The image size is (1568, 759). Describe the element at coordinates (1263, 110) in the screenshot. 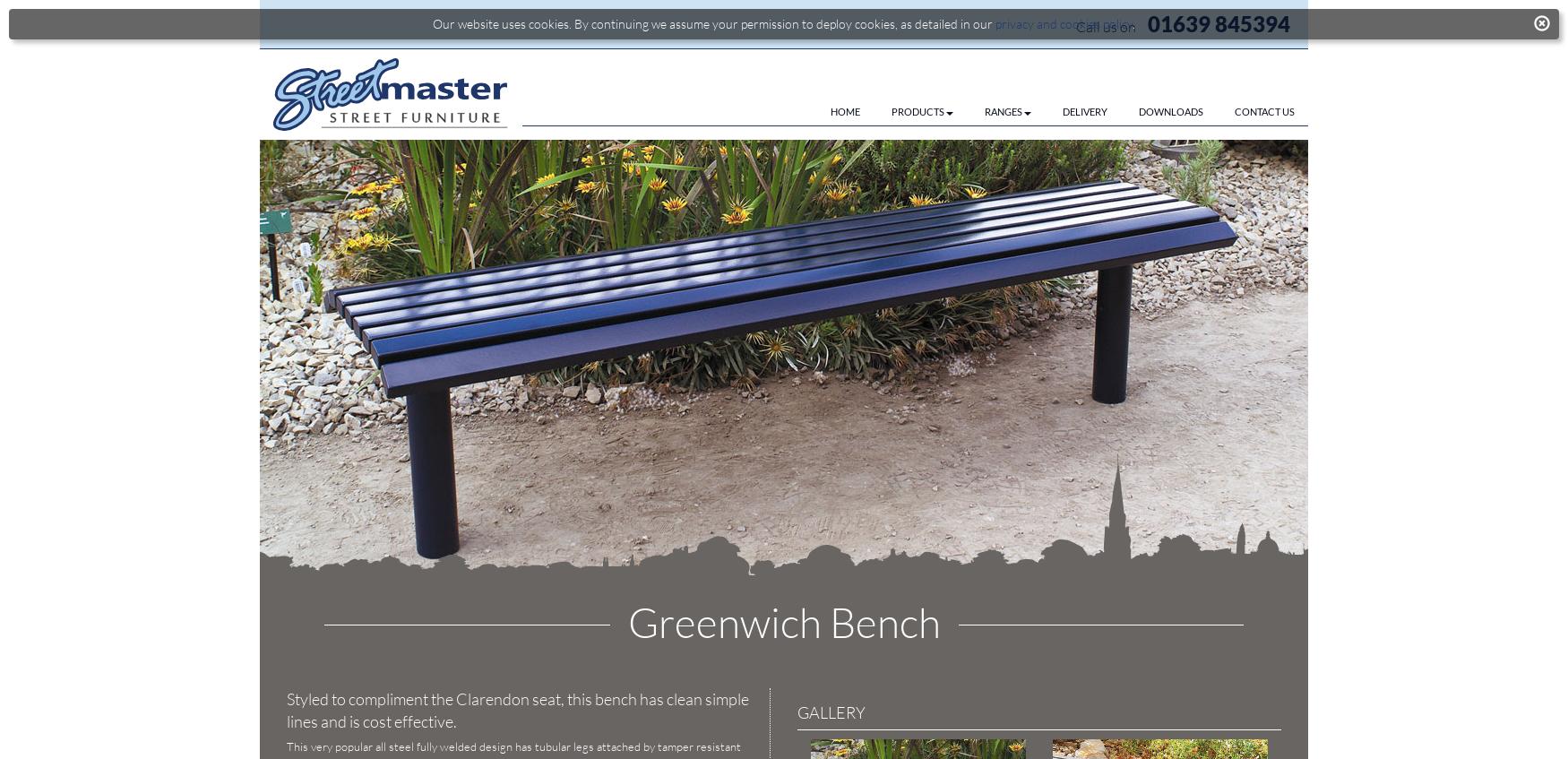

I see `'CONTACT US'` at that location.